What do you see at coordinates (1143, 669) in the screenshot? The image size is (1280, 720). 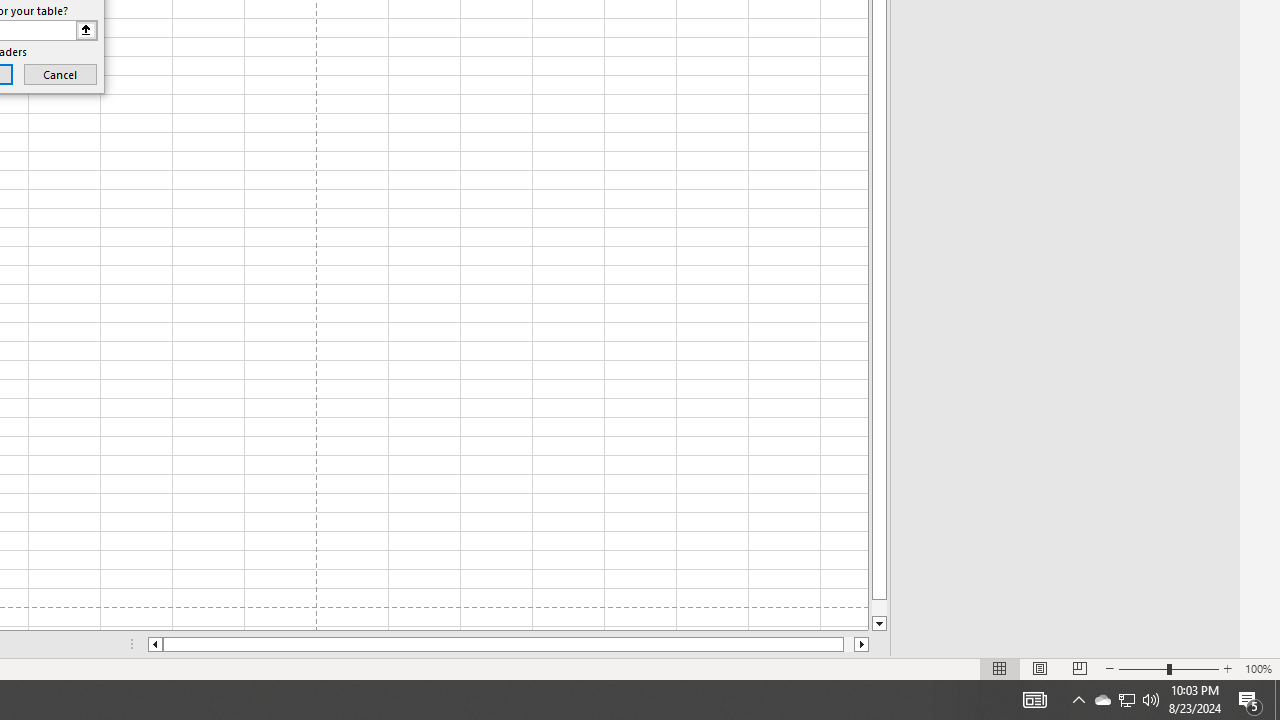 I see `'Zoom Out'` at bounding box center [1143, 669].